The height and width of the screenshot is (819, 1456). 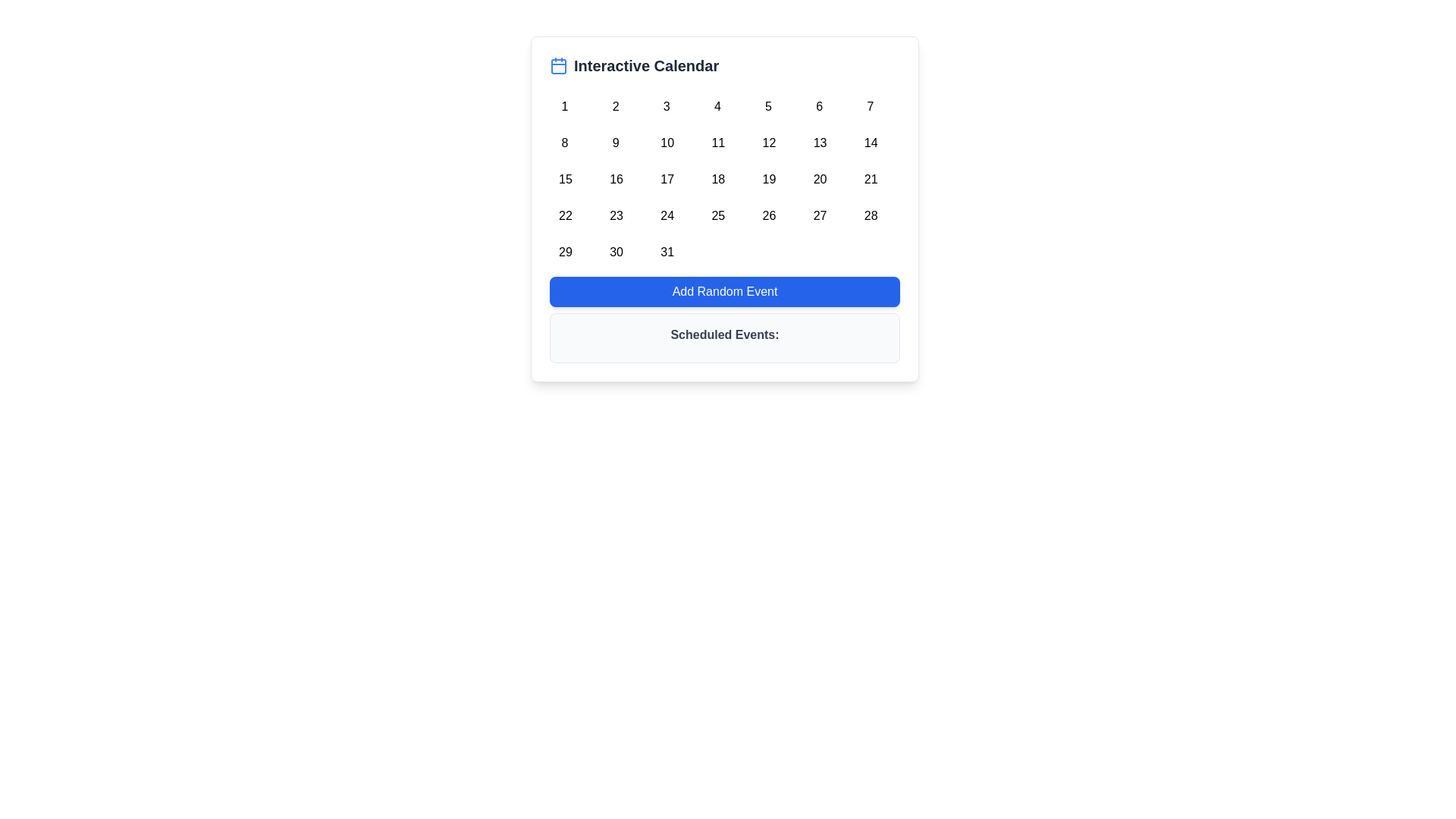 I want to click on the square button with rounded corners displaying the text '26', so click(x=768, y=213).